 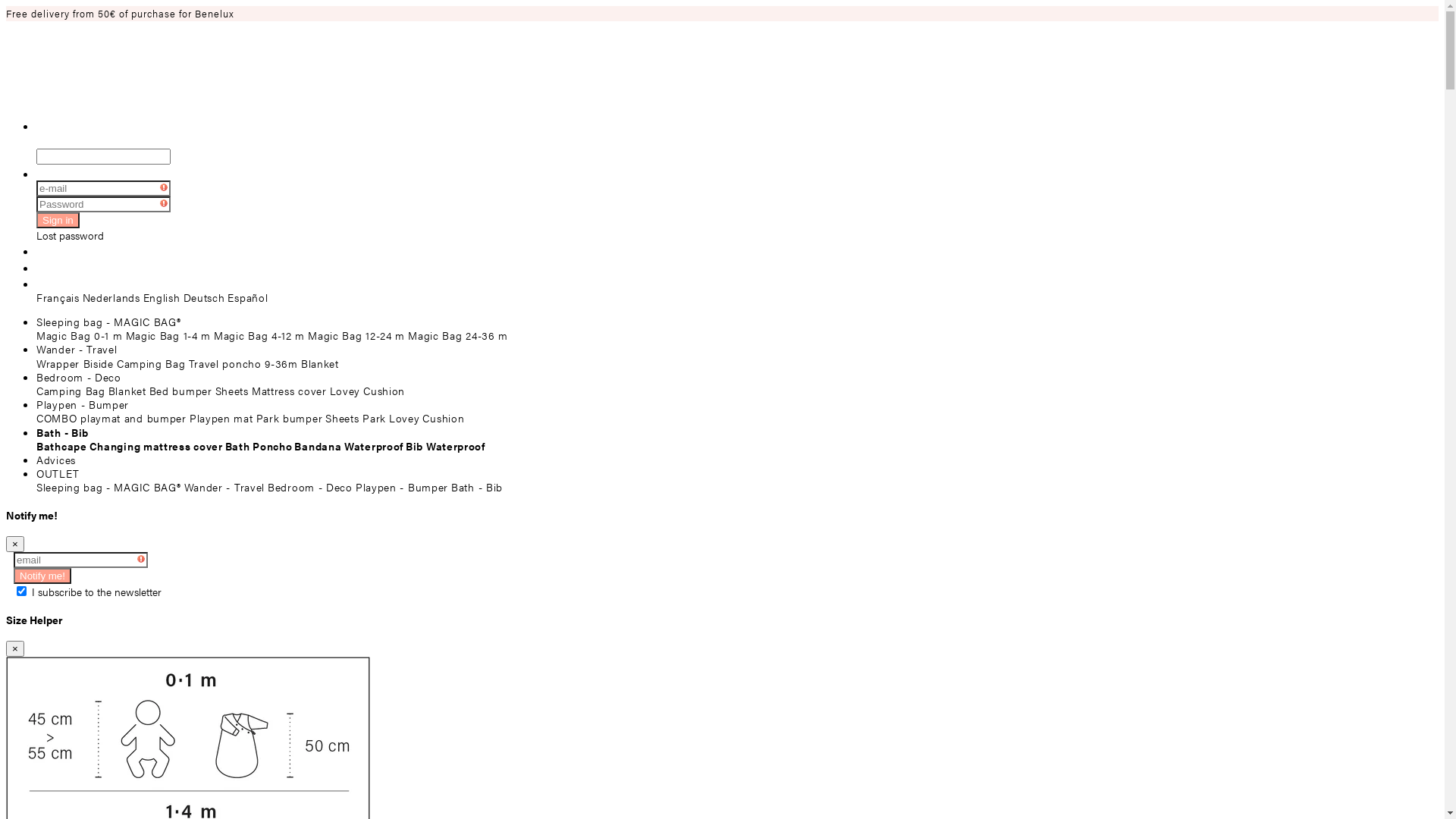 I want to click on 'COMBO playmat and bumper', so click(x=111, y=418).